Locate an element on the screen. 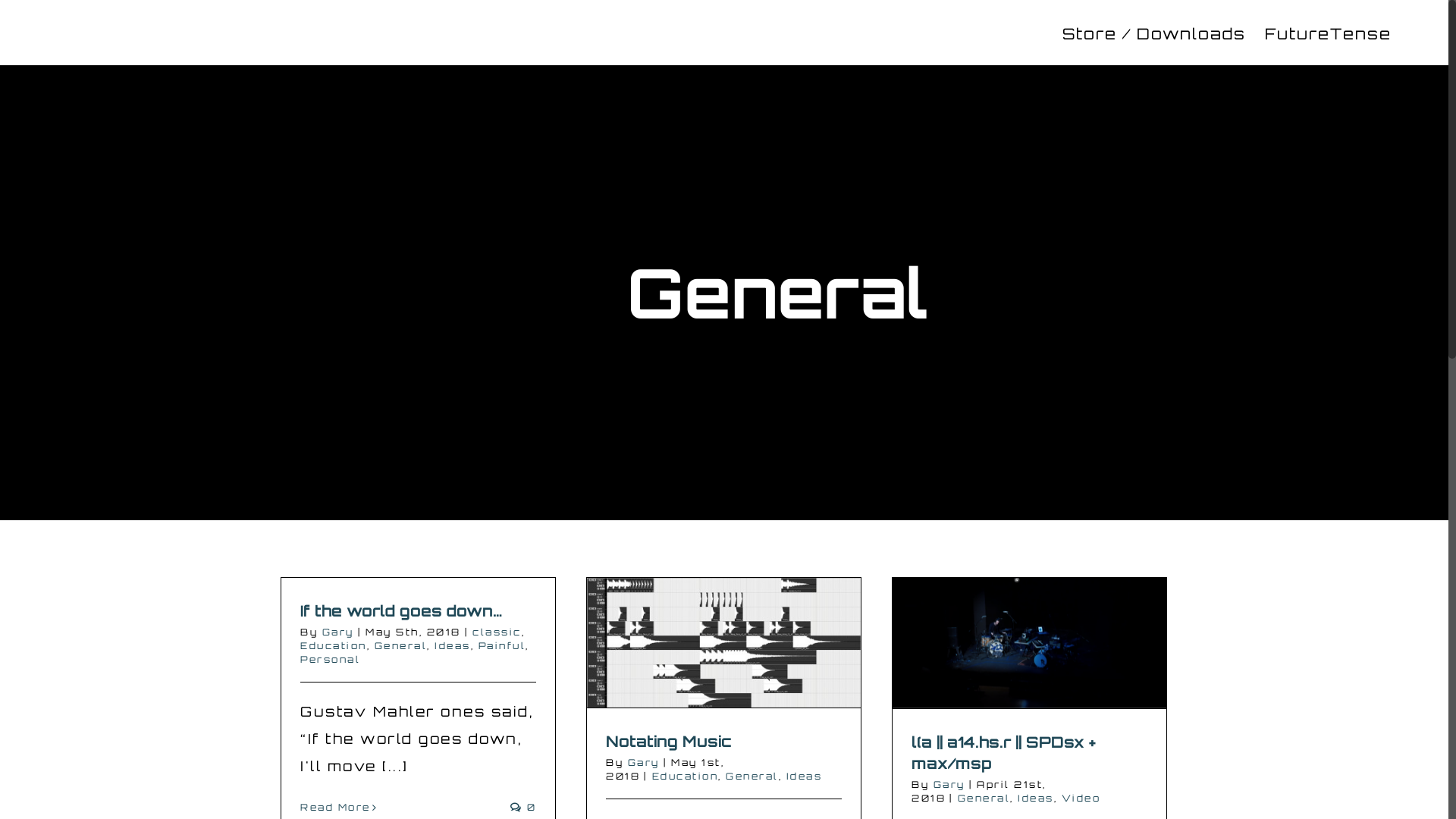  'Painful' is located at coordinates (476, 645).